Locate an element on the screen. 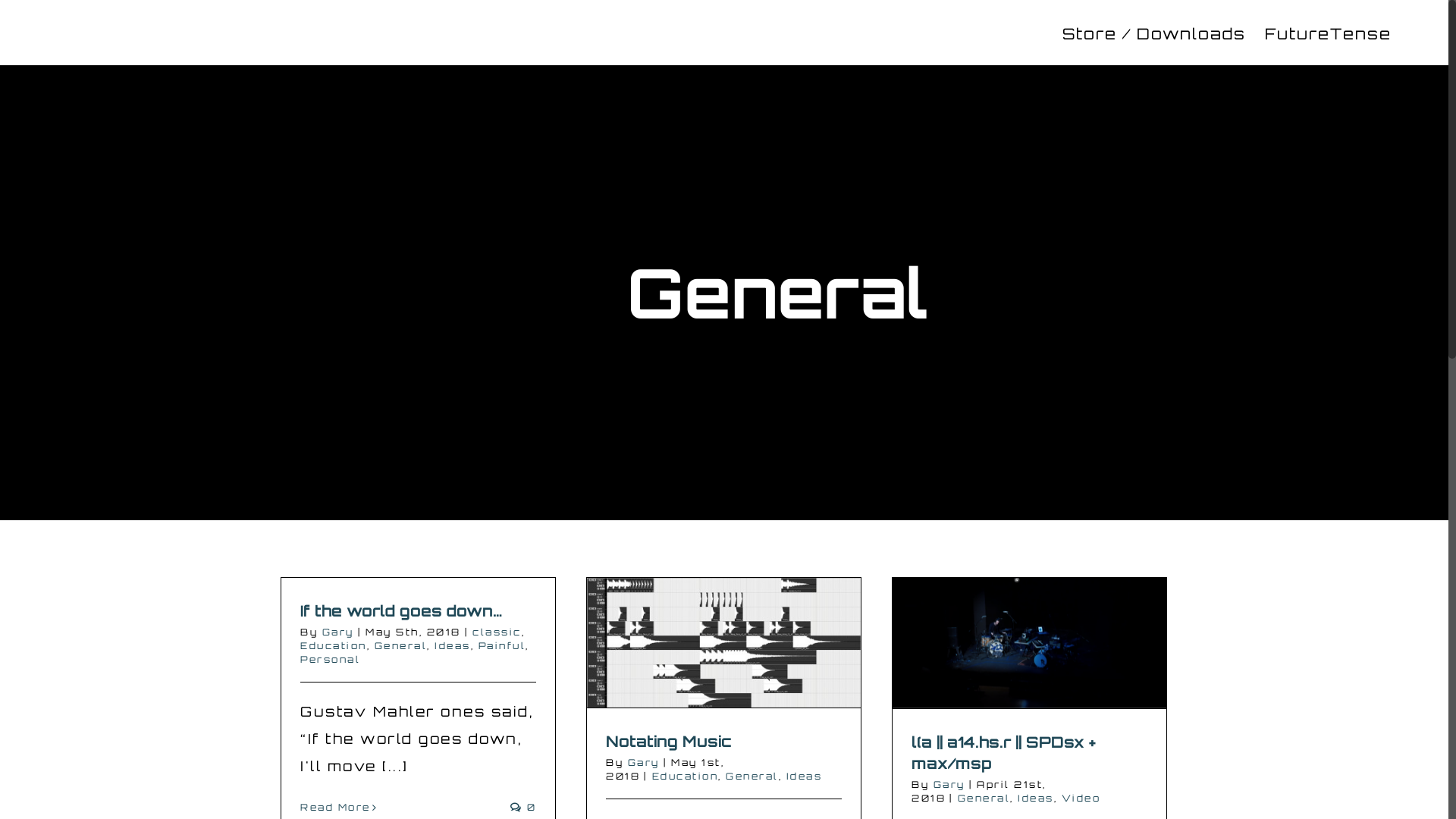  'Painful' is located at coordinates (476, 645).